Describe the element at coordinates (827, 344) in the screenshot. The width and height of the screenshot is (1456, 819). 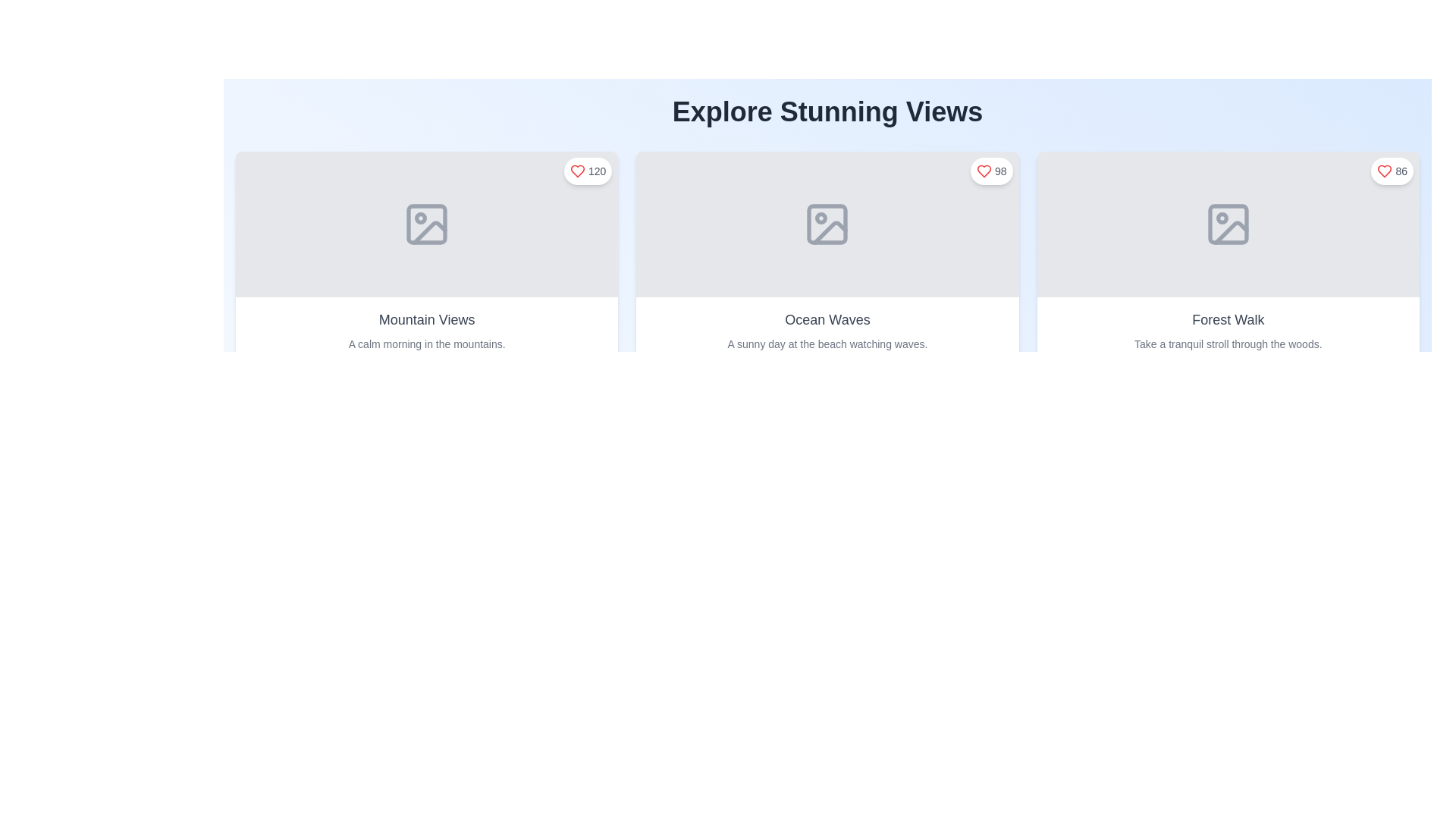
I see `text element displaying 'A sunny day at the beach watching waves.' located below the heading 'Ocean Waves' within the card layout` at that location.